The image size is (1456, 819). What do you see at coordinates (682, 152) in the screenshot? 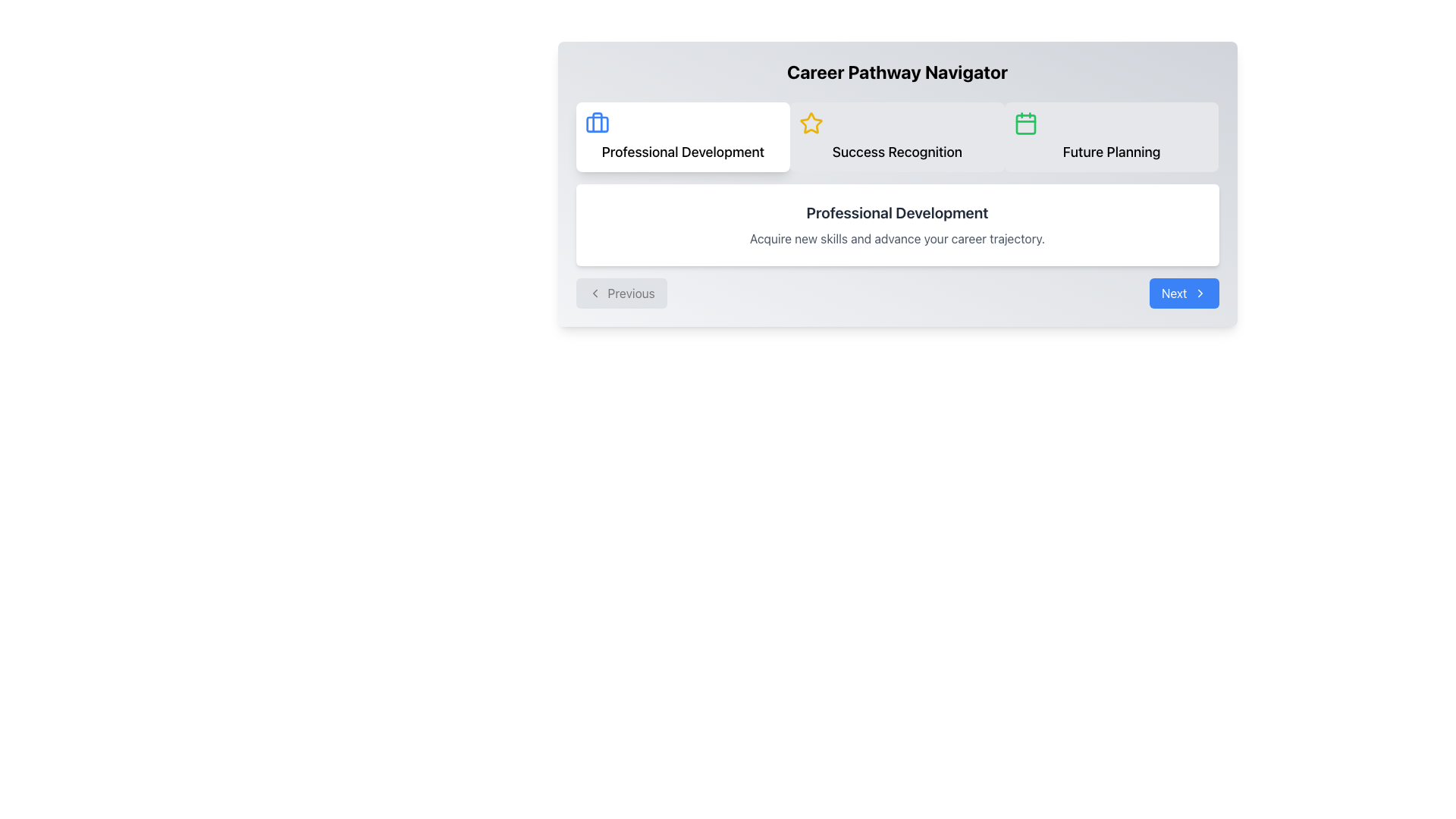
I see `text label representing the 'Professional Development' option located in the upper-left section of the interface, below the blue briefcase icon` at bounding box center [682, 152].